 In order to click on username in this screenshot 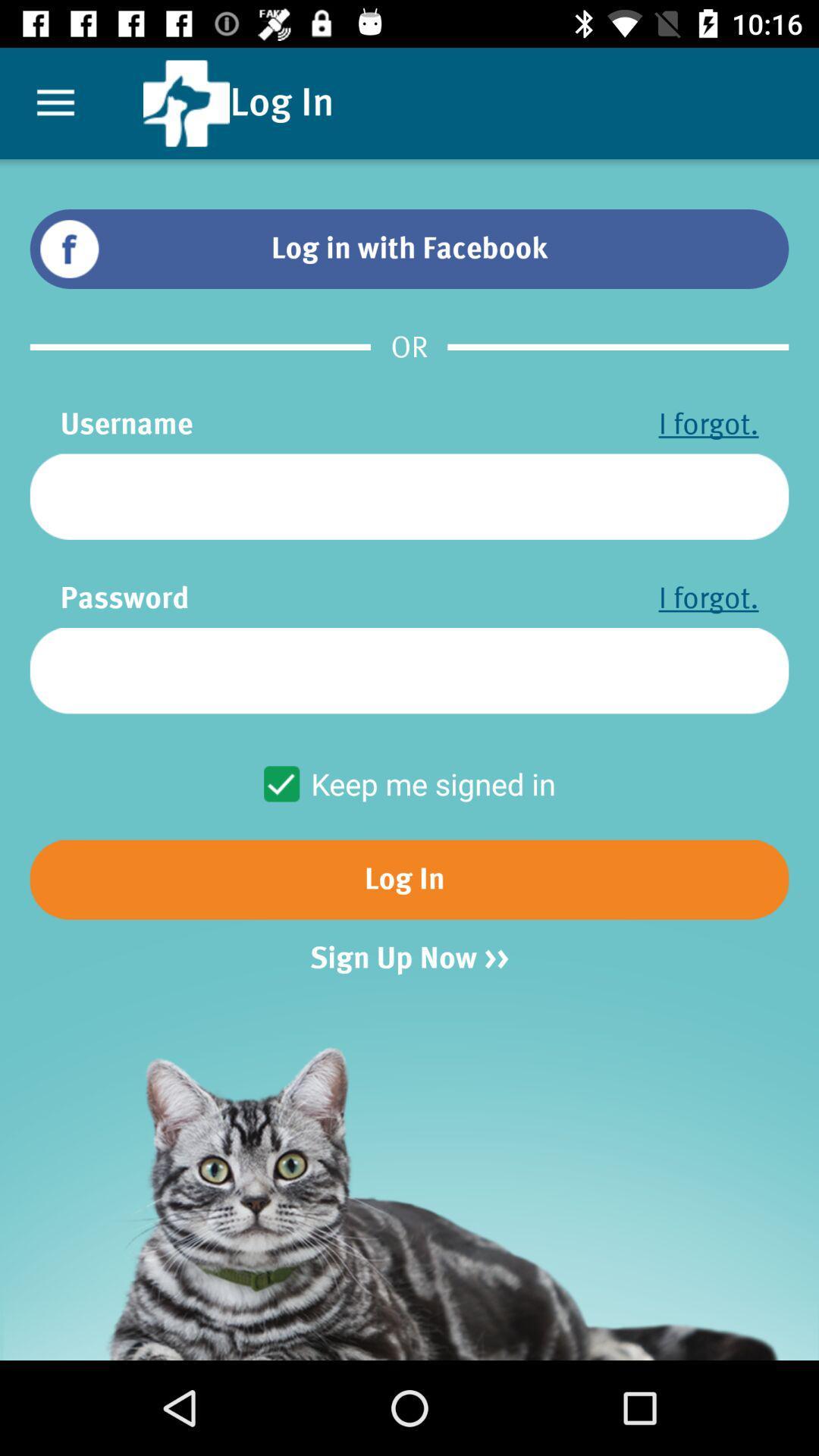, I will do `click(409, 497)`.